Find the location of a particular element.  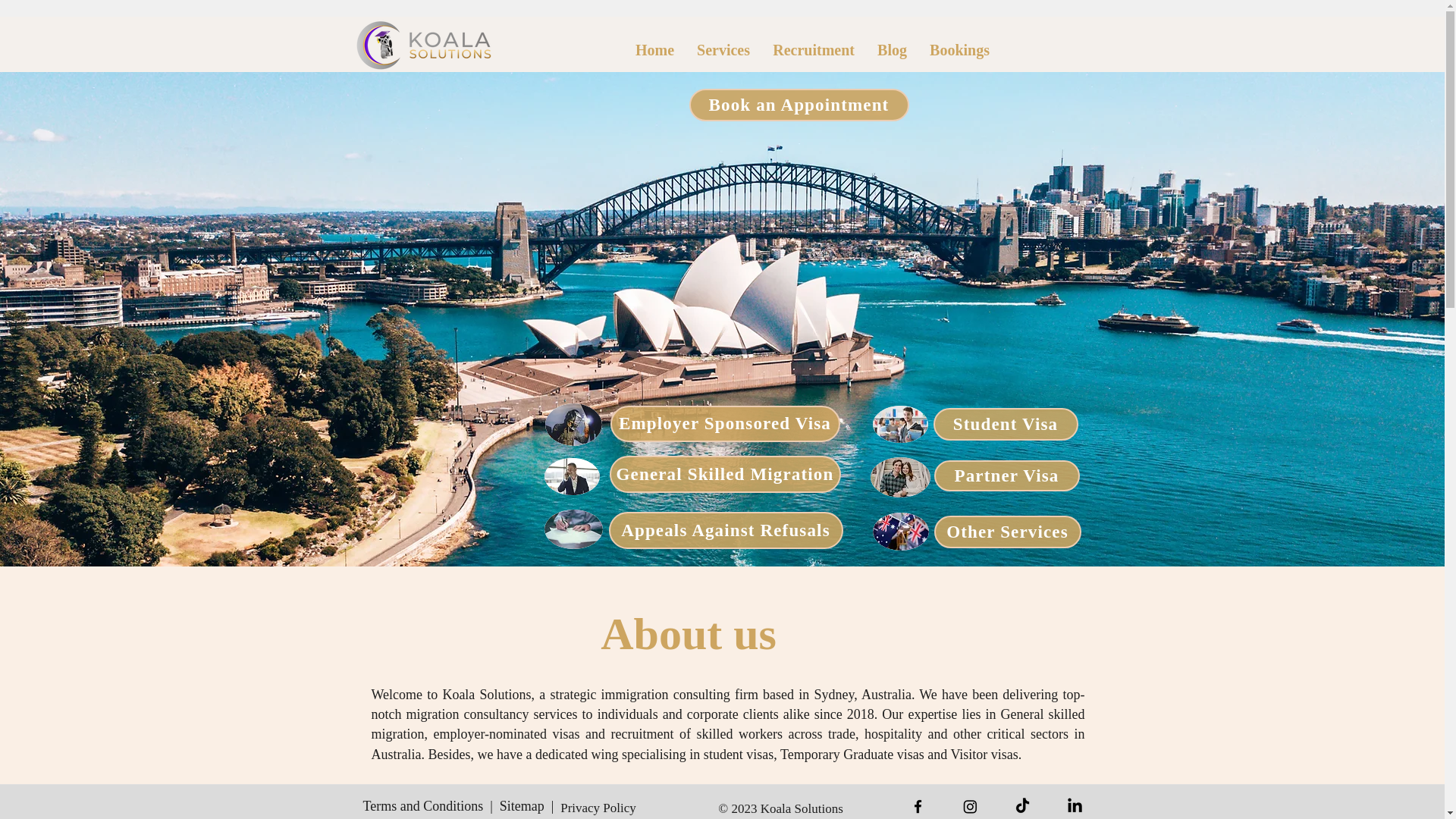

'Copy of Koala Solutions SPA Proposal_edi' is located at coordinates (424, 44).